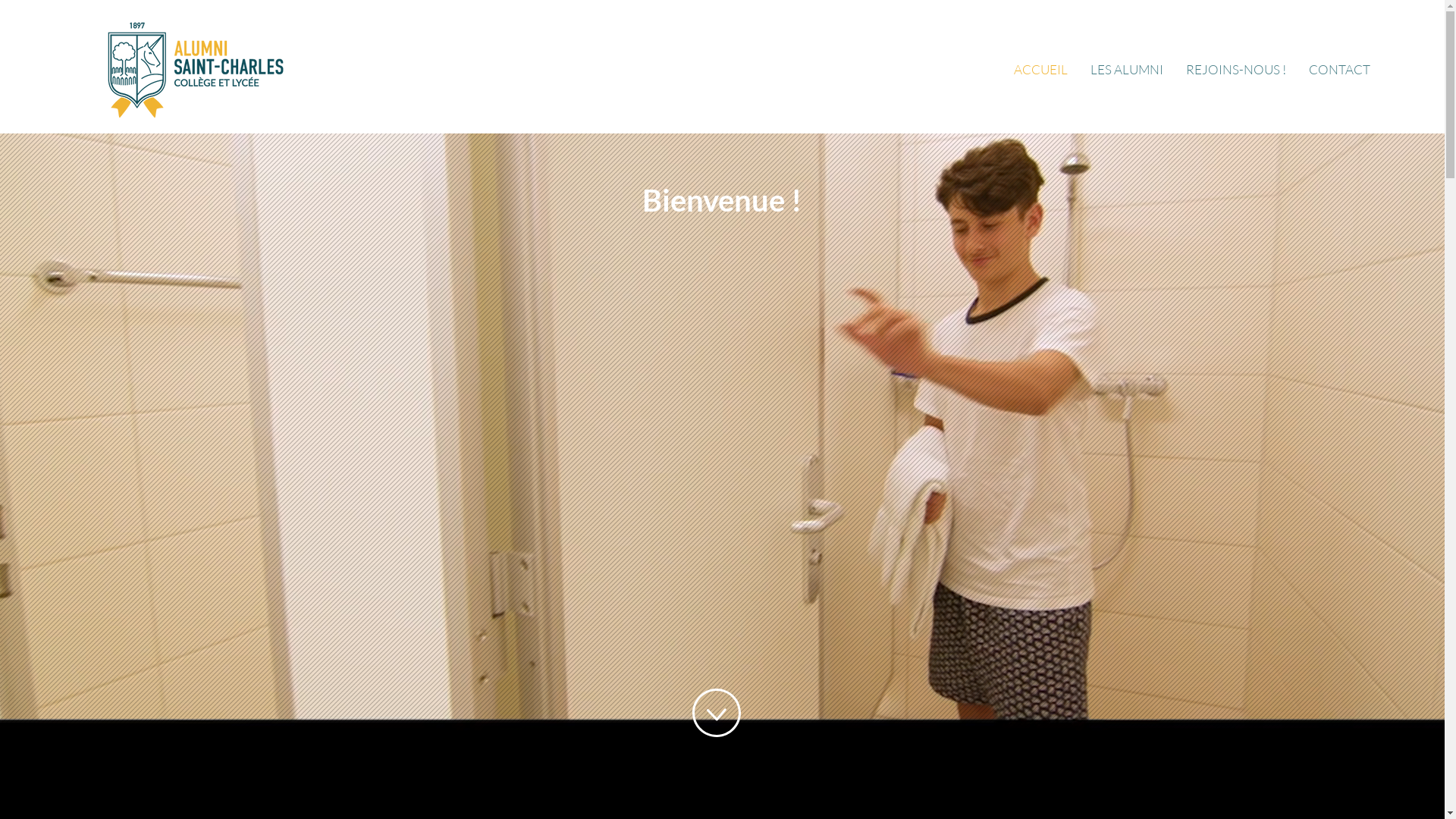  Describe the element at coordinates (1236, 70) in the screenshot. I see `'REJOINS-NOUS !'` at that location.